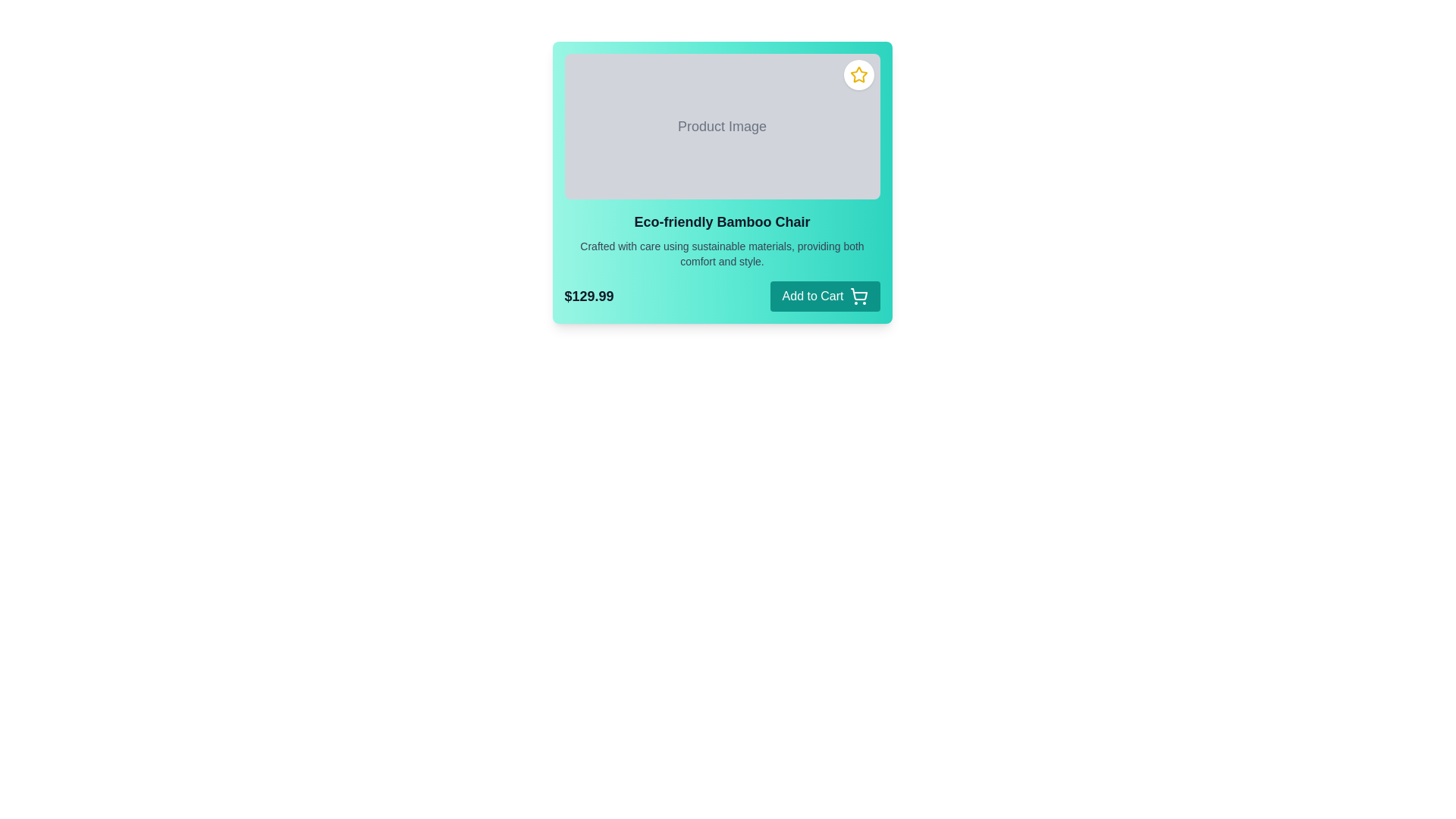 The width and height of the screenshot is (1456, 819). Describe the element at coordinates (721, 253) in the screenshot. I see `the text block that reads 'Crafted with care using sustainable materials, providing both comfort and style.' which is located beneath the title 'Eco-friendly Bamboo Chair' in the product display card` at that location.